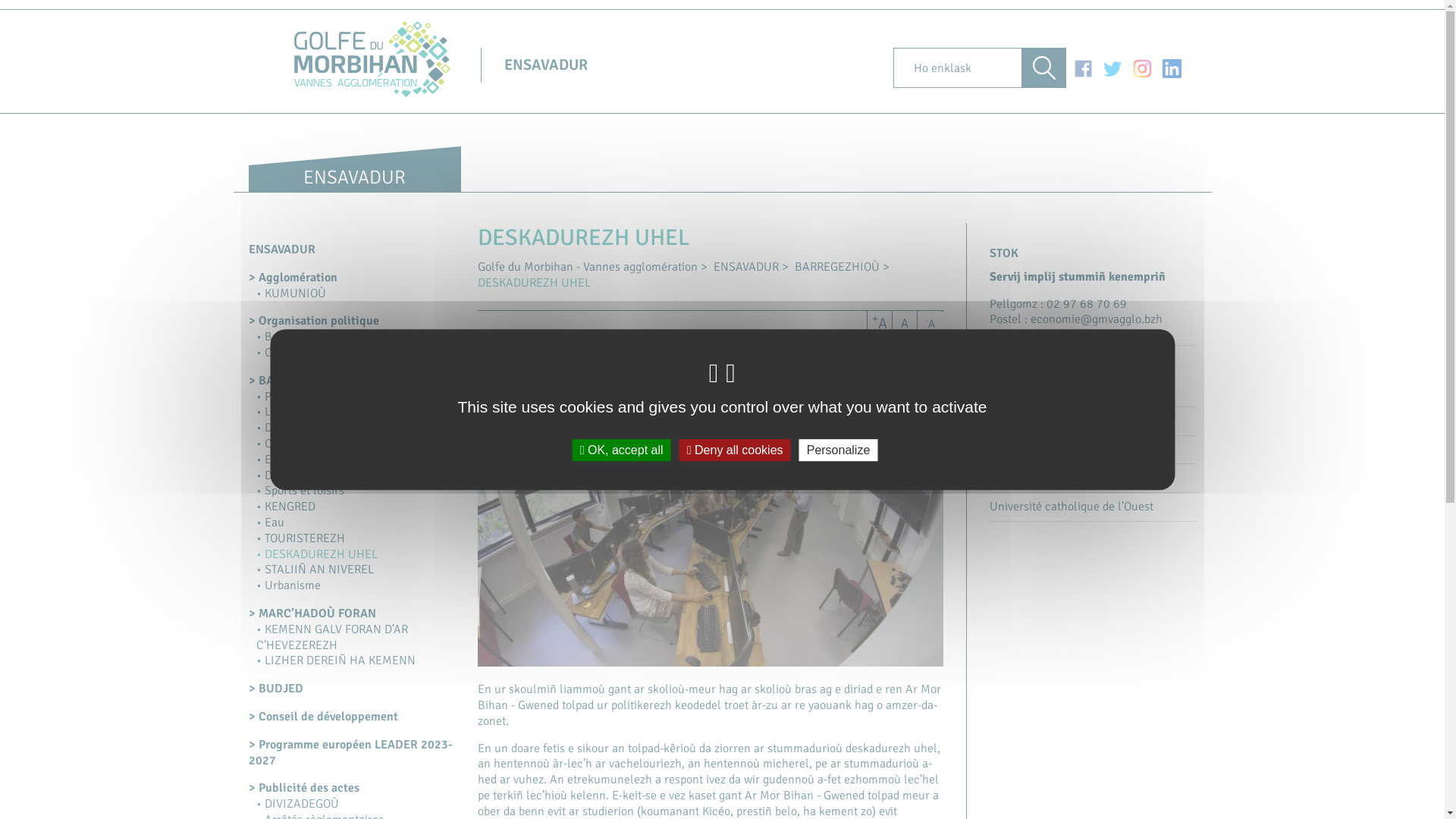 The width and height of the screenshot is (1456, 819). What do you see at coordinates (916, 323) in the screenshot?
I see `'-A'` at bounding box center [916, 323].